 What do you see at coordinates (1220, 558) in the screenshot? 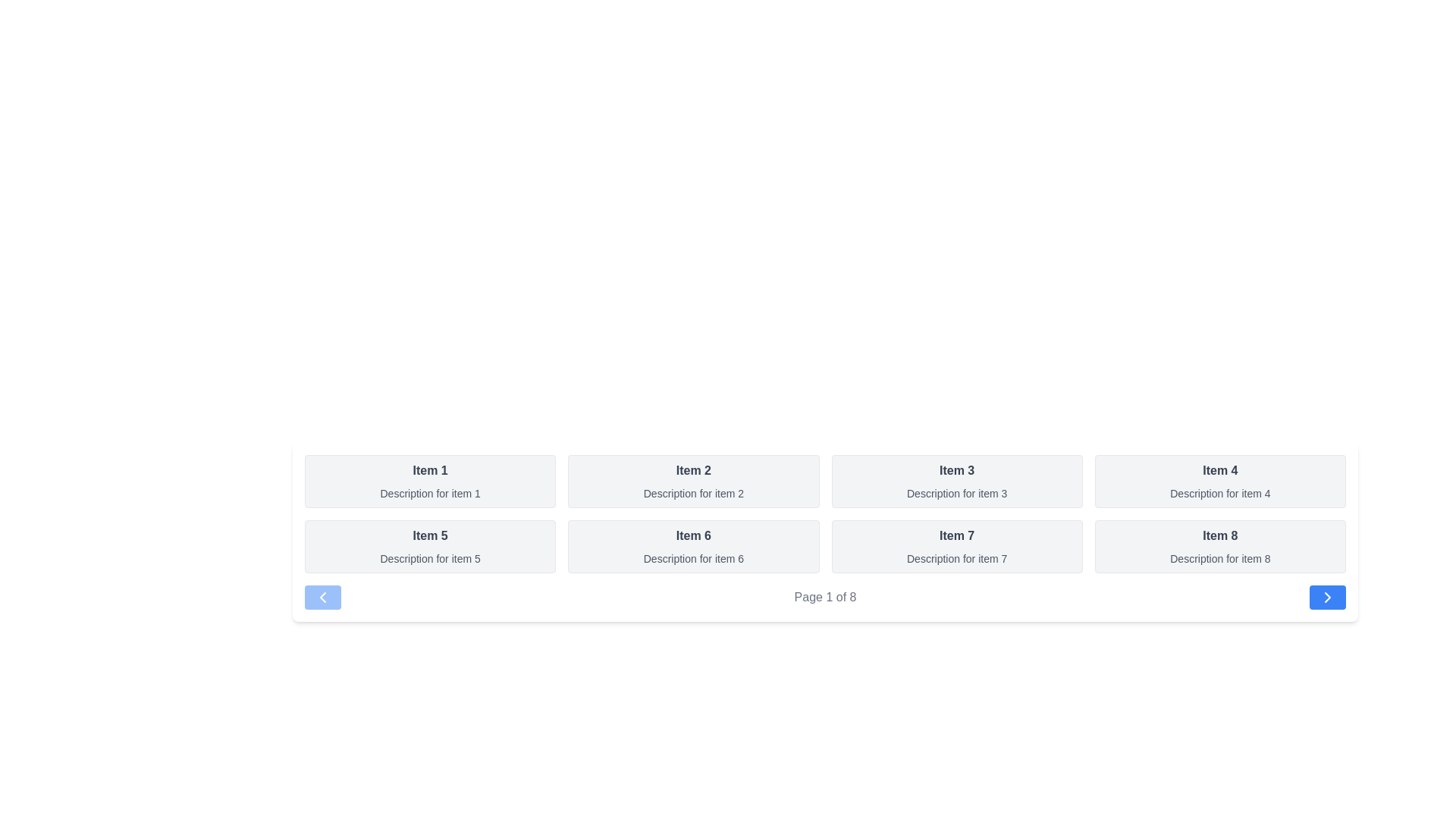
I see `the Text Label displaying 'Description for item 8' located in the bottom-right corner of the interface, within the panel labeled 'Item 8'` at bounding box center [1220, 558].